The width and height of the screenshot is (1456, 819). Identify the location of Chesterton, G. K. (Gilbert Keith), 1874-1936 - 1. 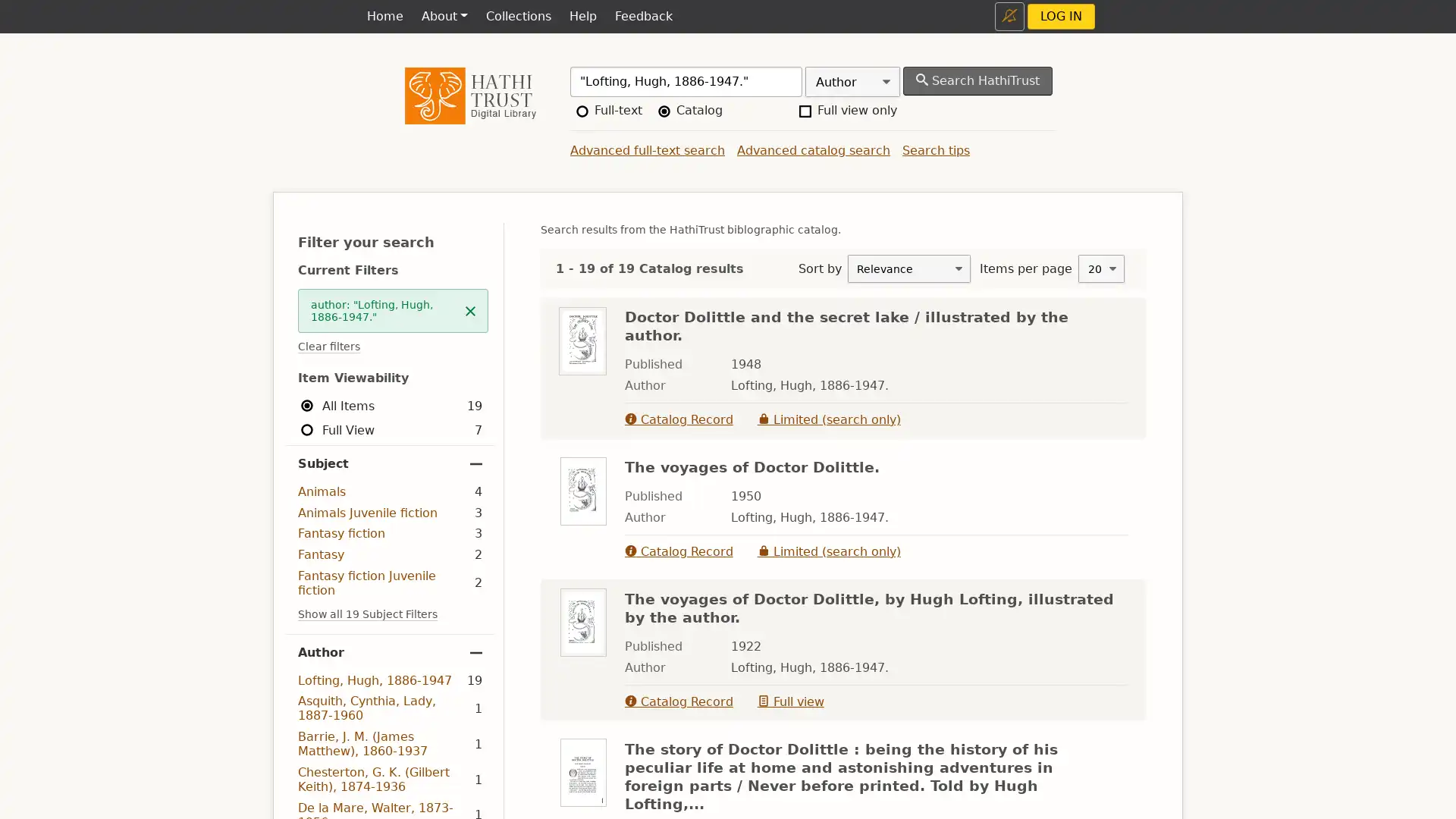
(390, 779).